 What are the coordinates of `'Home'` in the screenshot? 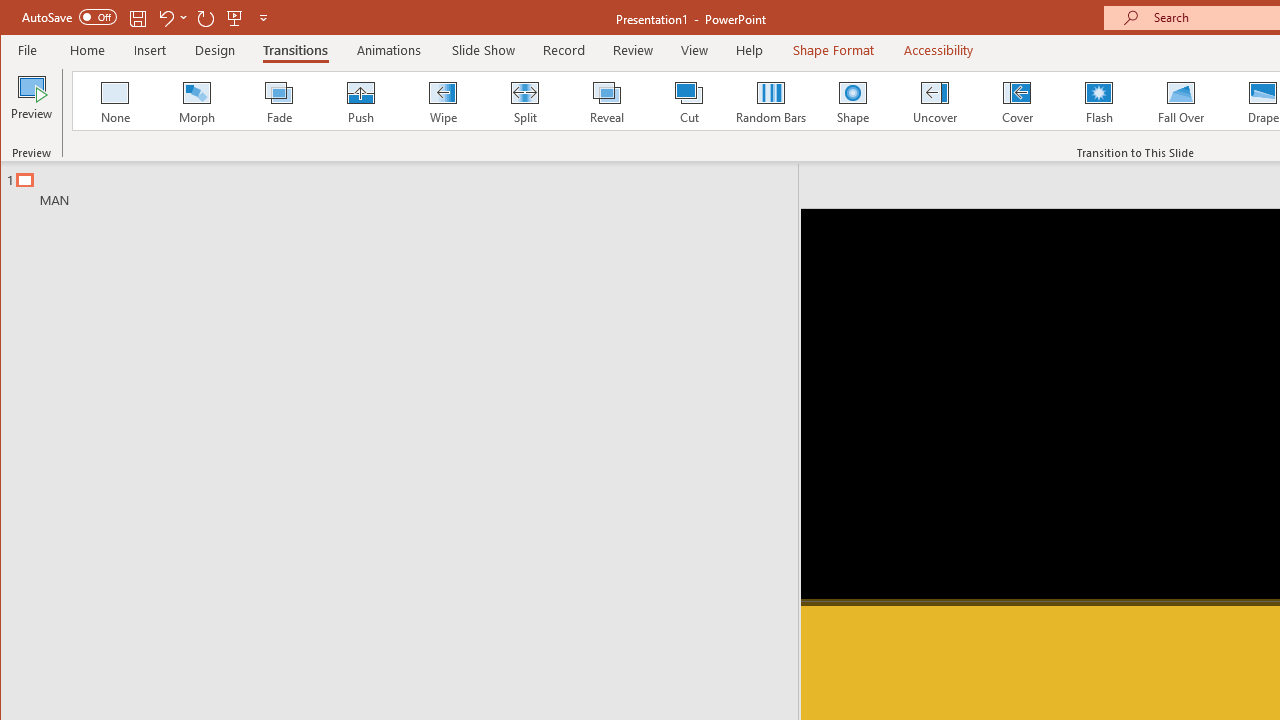 It's located at (86, 49).